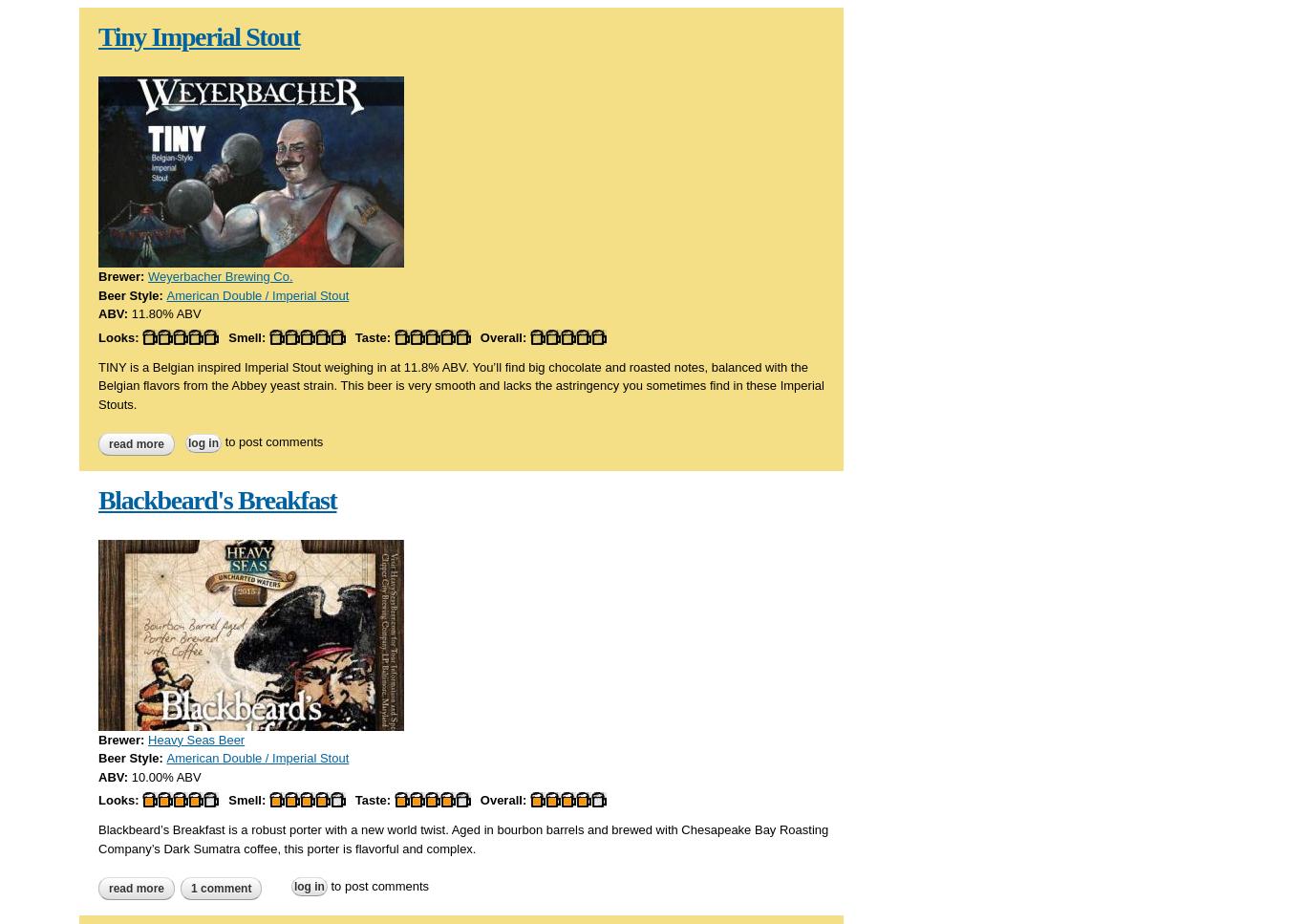  I want to click on 'TINY is a Belgian inspired Imperial Stout weighing in at 11.8% ABV. You’ll find big chocolate and roasted notes, balanced with the Belgian flavors from the Abbey yeast strain. This beer is very smooth and lacks the astringency you sometimes find in these Imperial Stouts.', so click(460, 385).